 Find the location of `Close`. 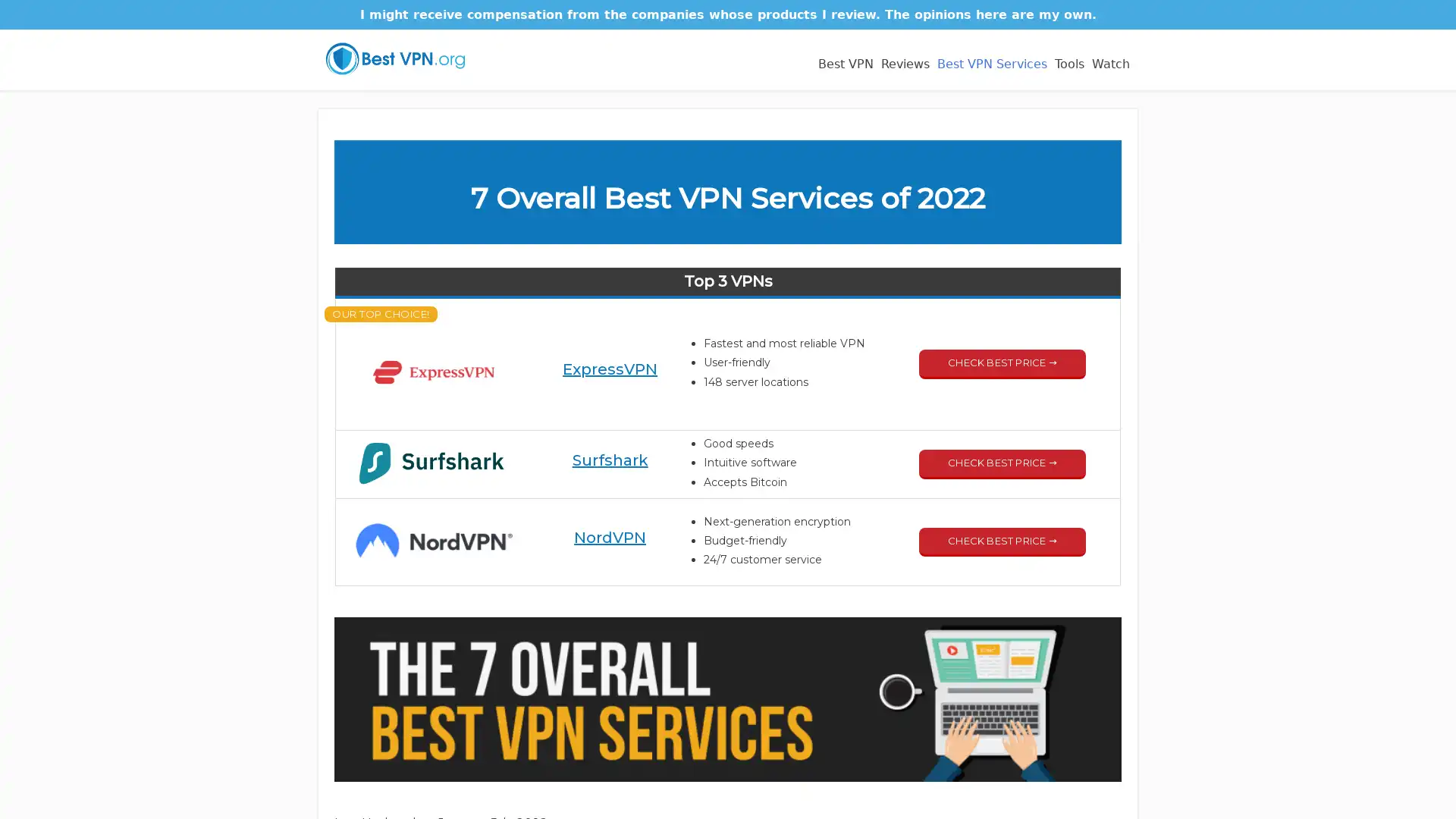

Close is located at coordinates (988, 281).